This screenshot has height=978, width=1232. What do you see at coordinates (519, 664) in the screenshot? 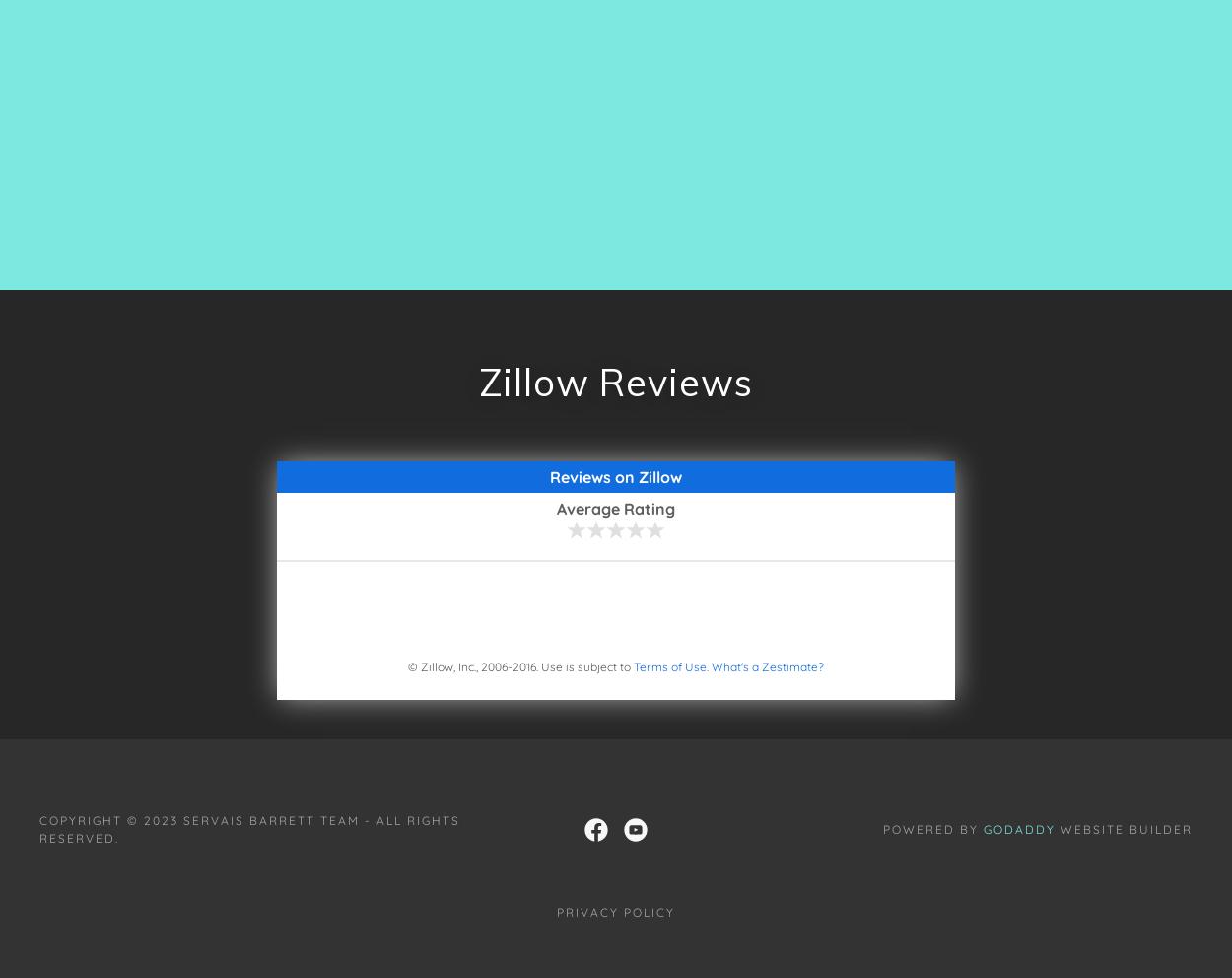
I see `'© Zillow, Inc., 2006-2016. Use is subject to'` at bounding box center [519, 664].